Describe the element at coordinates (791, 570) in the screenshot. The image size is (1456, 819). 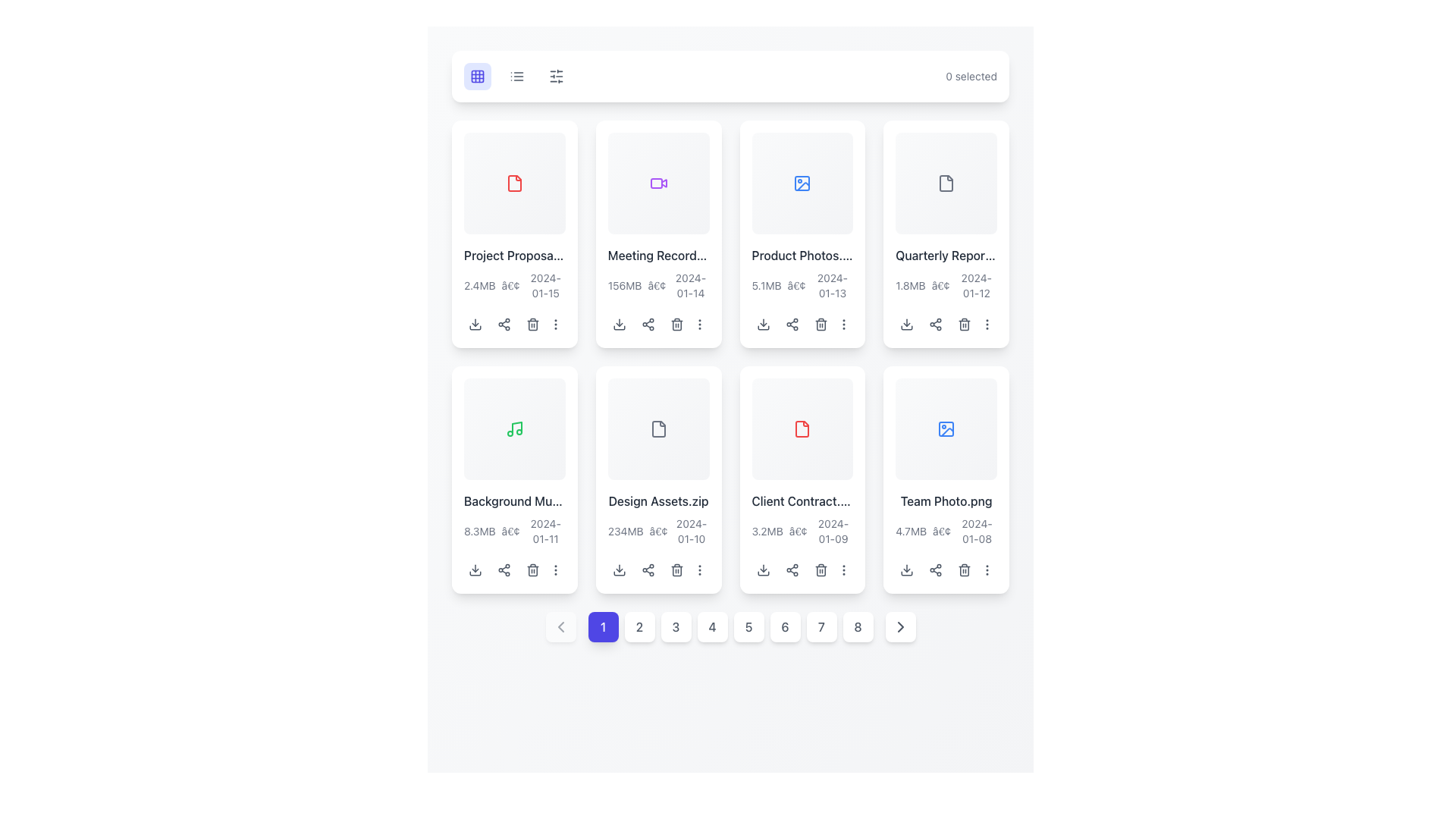
I see `the share icon button represented by three interconnected circles, located at the bottom of the 'Client Contract' card, to enable accessibility navigation` at that location.